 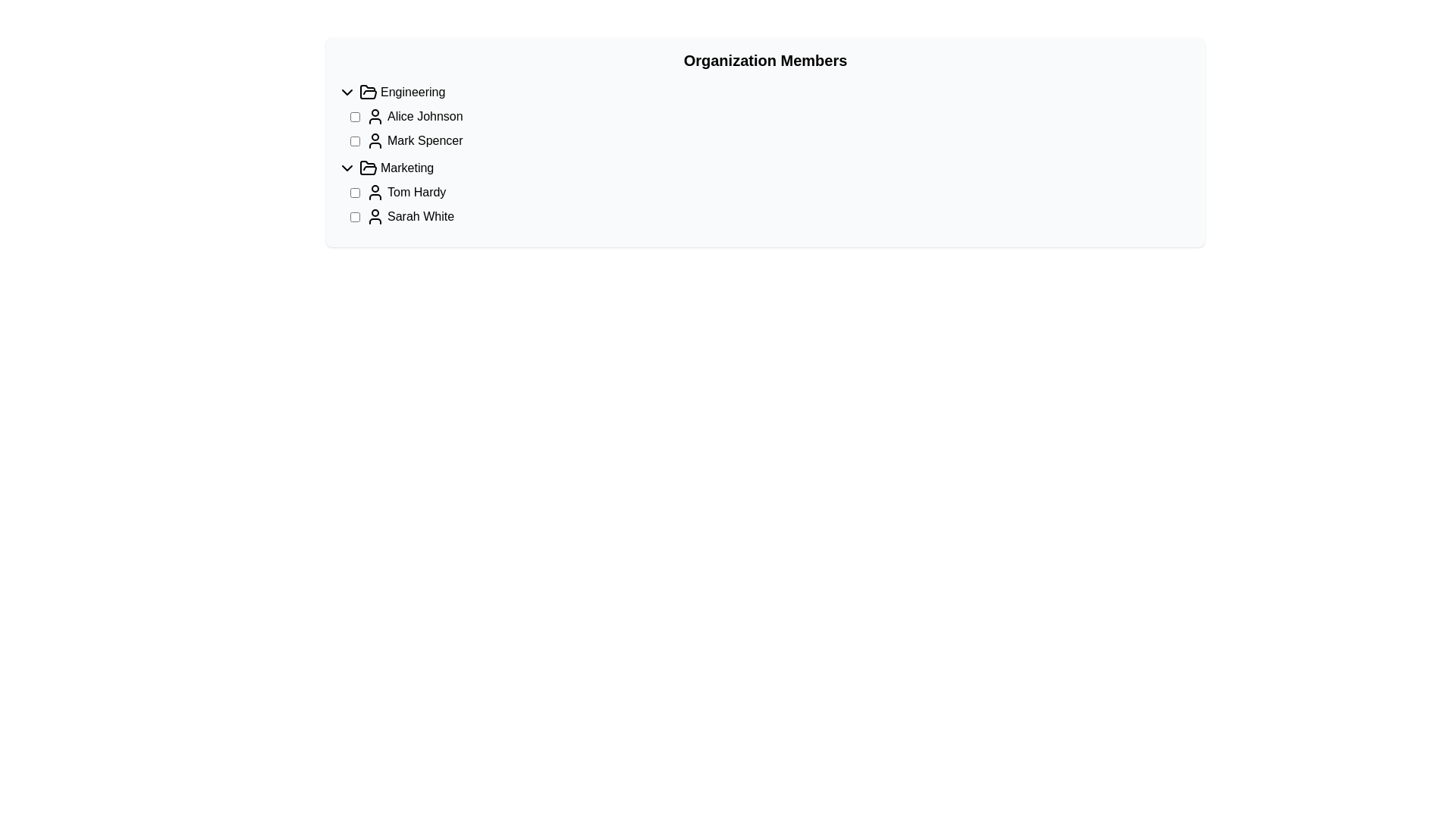 What do you see at coordinates (368, 168) in the screenshot?
I see `the 'Marketing' section icon located on the left side of the interface, which visually represents the 'Marketing' section for navigation` at bounding box center [368, 168].